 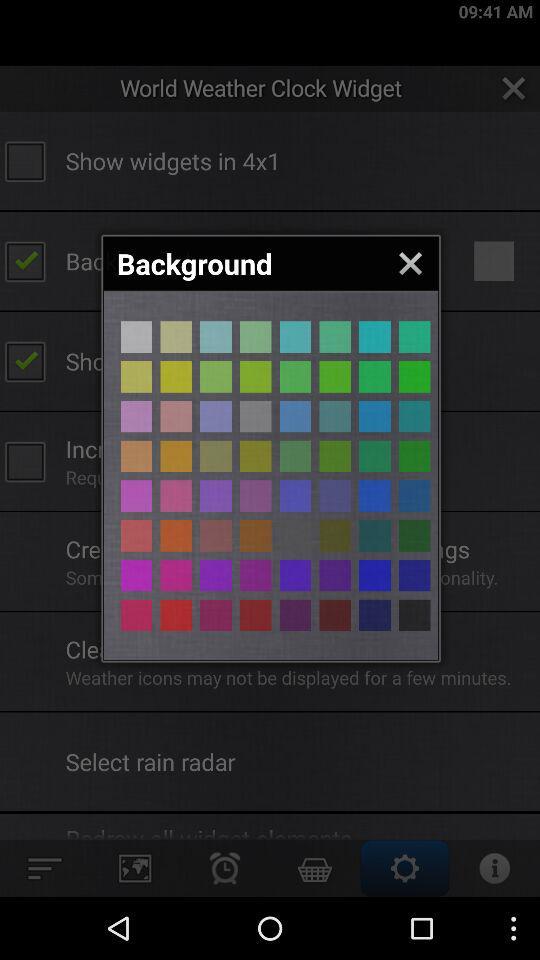 I want to click on color selection, so click(x=135, y=534).